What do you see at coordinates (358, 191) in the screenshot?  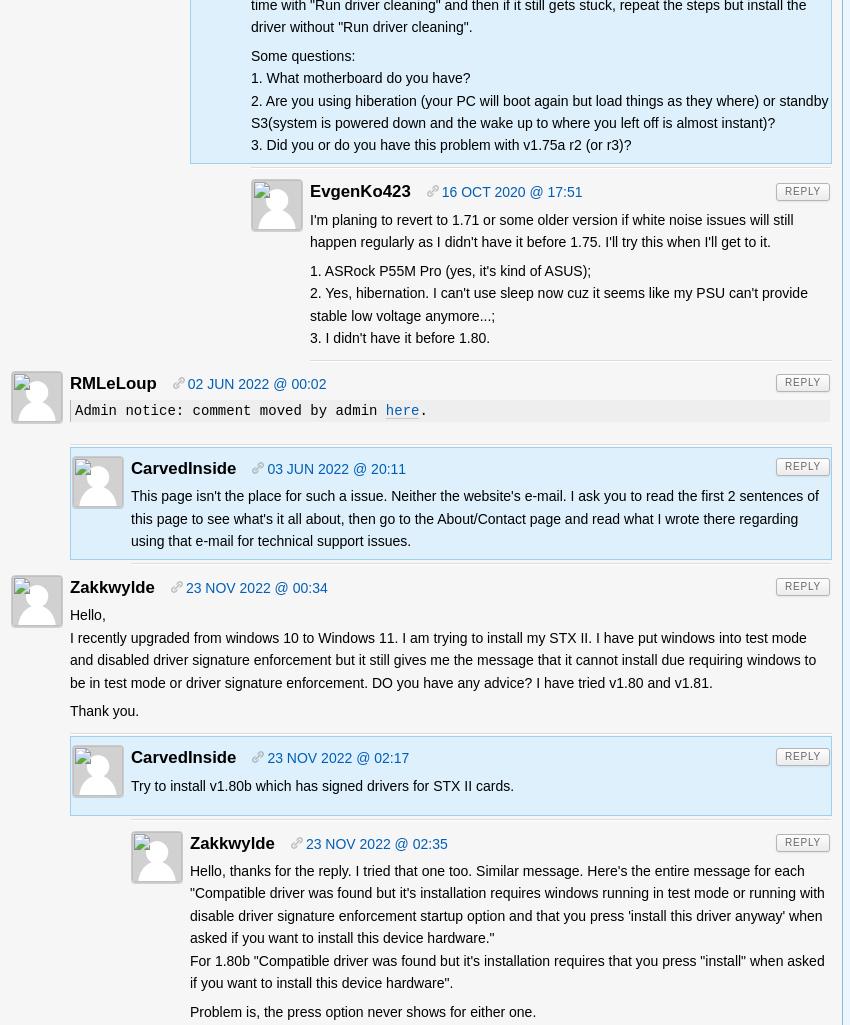 I see `'EvgenKo423'` at bounding box center [358, 191].